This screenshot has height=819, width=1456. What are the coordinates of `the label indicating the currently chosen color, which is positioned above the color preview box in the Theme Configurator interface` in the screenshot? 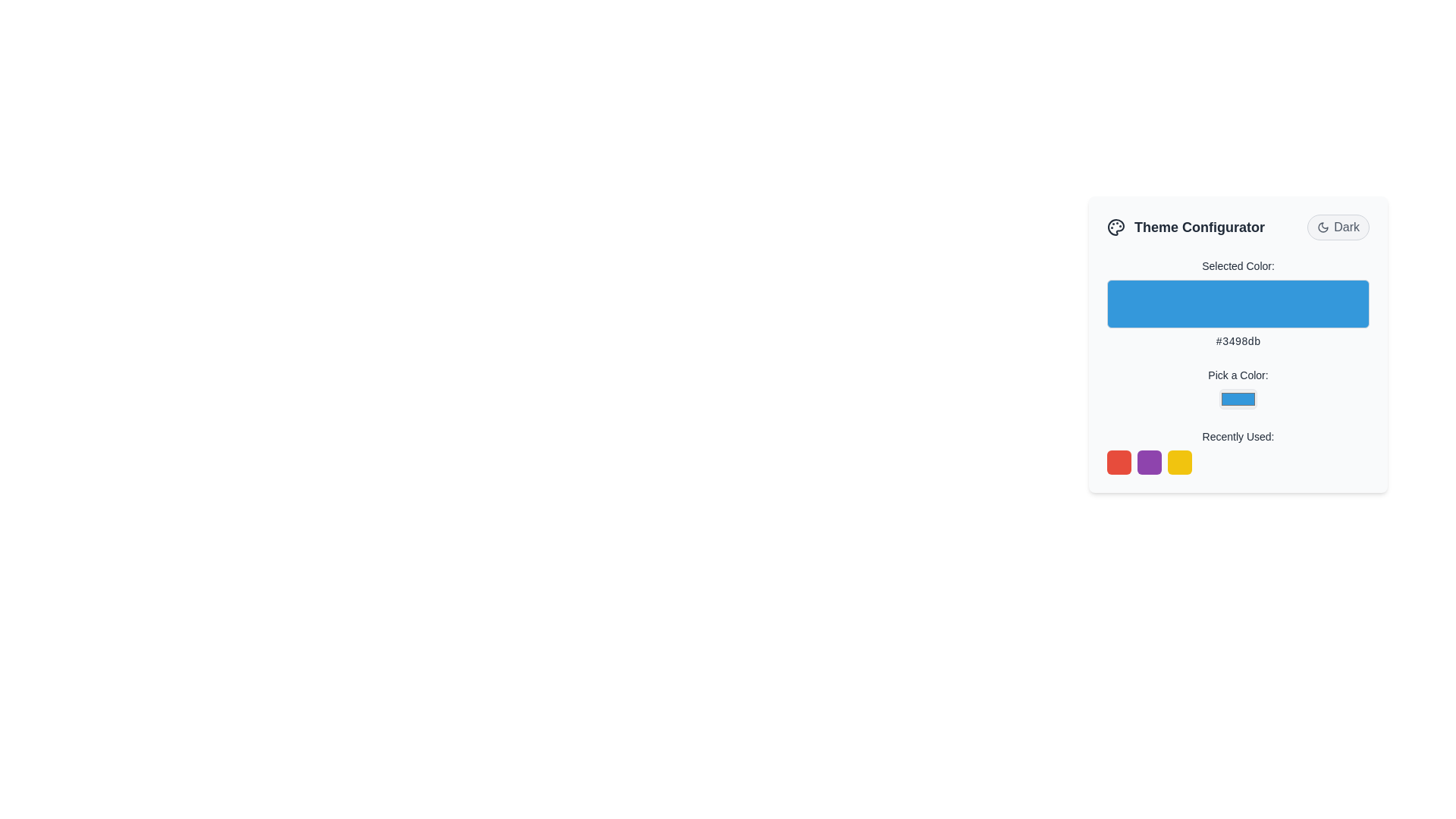 It's located at (1238, 265).